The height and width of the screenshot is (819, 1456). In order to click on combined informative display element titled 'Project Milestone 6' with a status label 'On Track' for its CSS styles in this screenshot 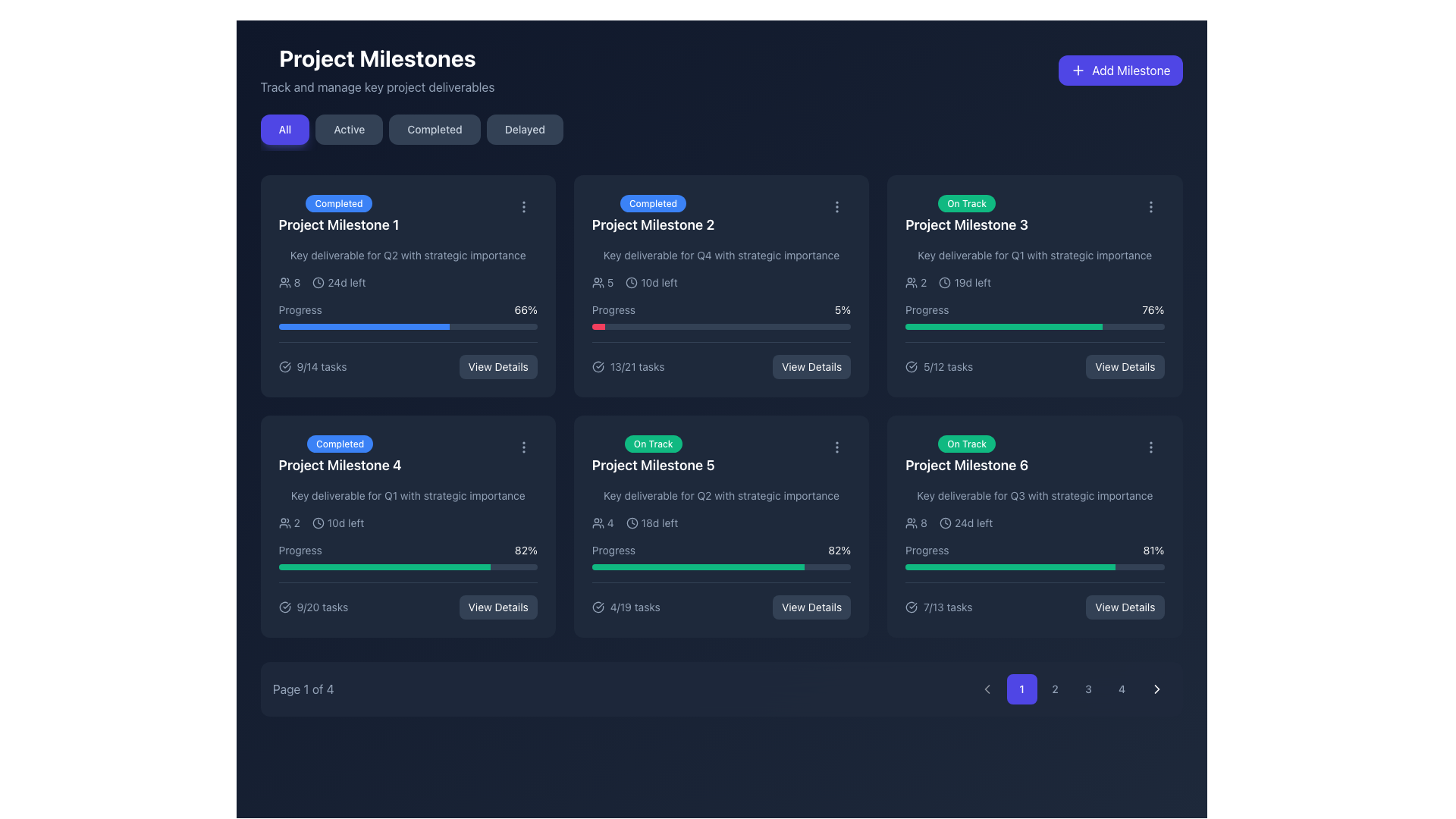, I will do `click(1034, 454)`.